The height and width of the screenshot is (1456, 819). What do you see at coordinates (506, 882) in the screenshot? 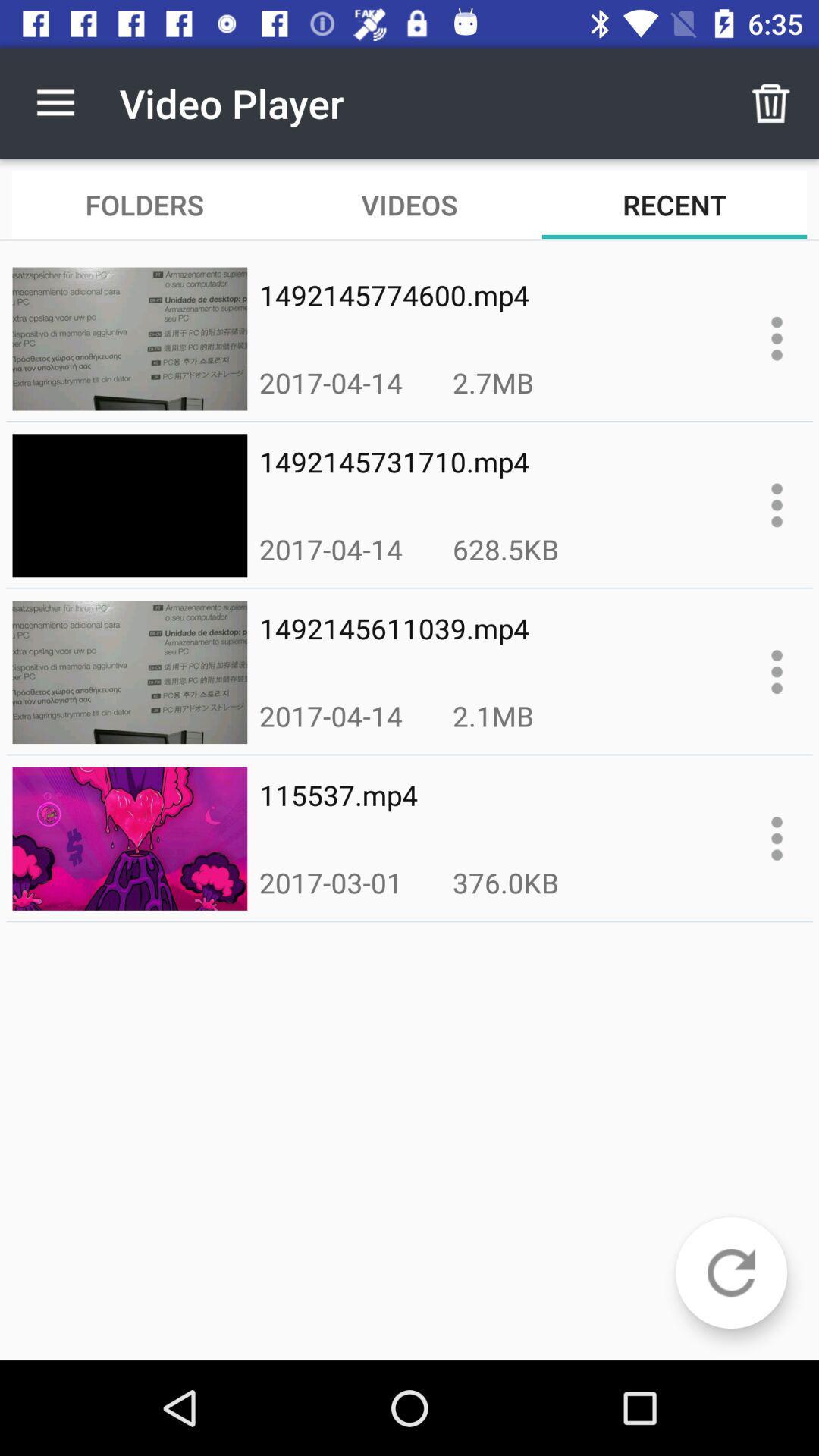
I see `icon below 115537.mp4 icon` at bounding box center [506, 882].